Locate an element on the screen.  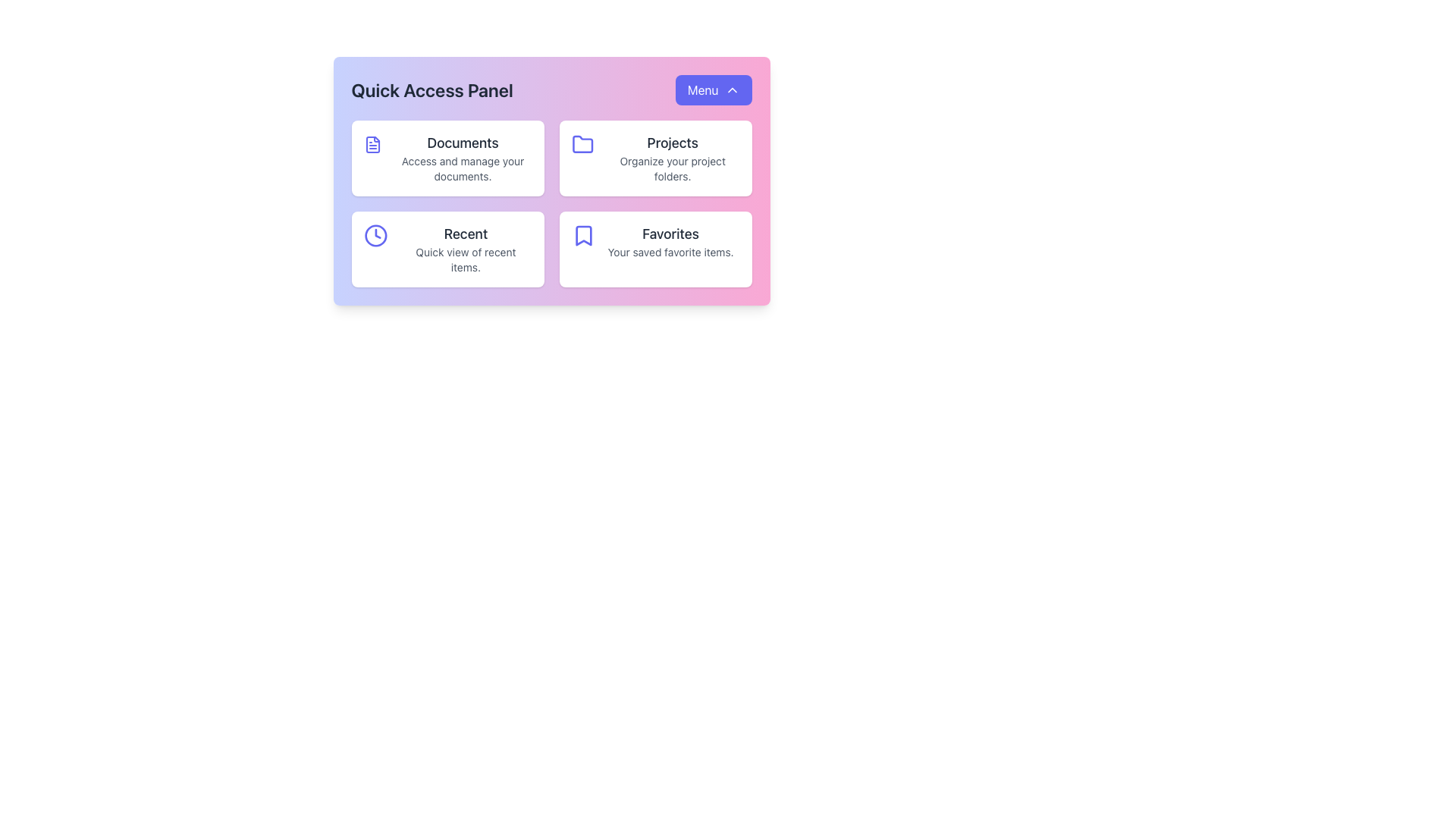
the static text label 'Favorites' displayed in bold black font in the bottom-right card of the Quick Access Panel is located at coordinates (670, 234).